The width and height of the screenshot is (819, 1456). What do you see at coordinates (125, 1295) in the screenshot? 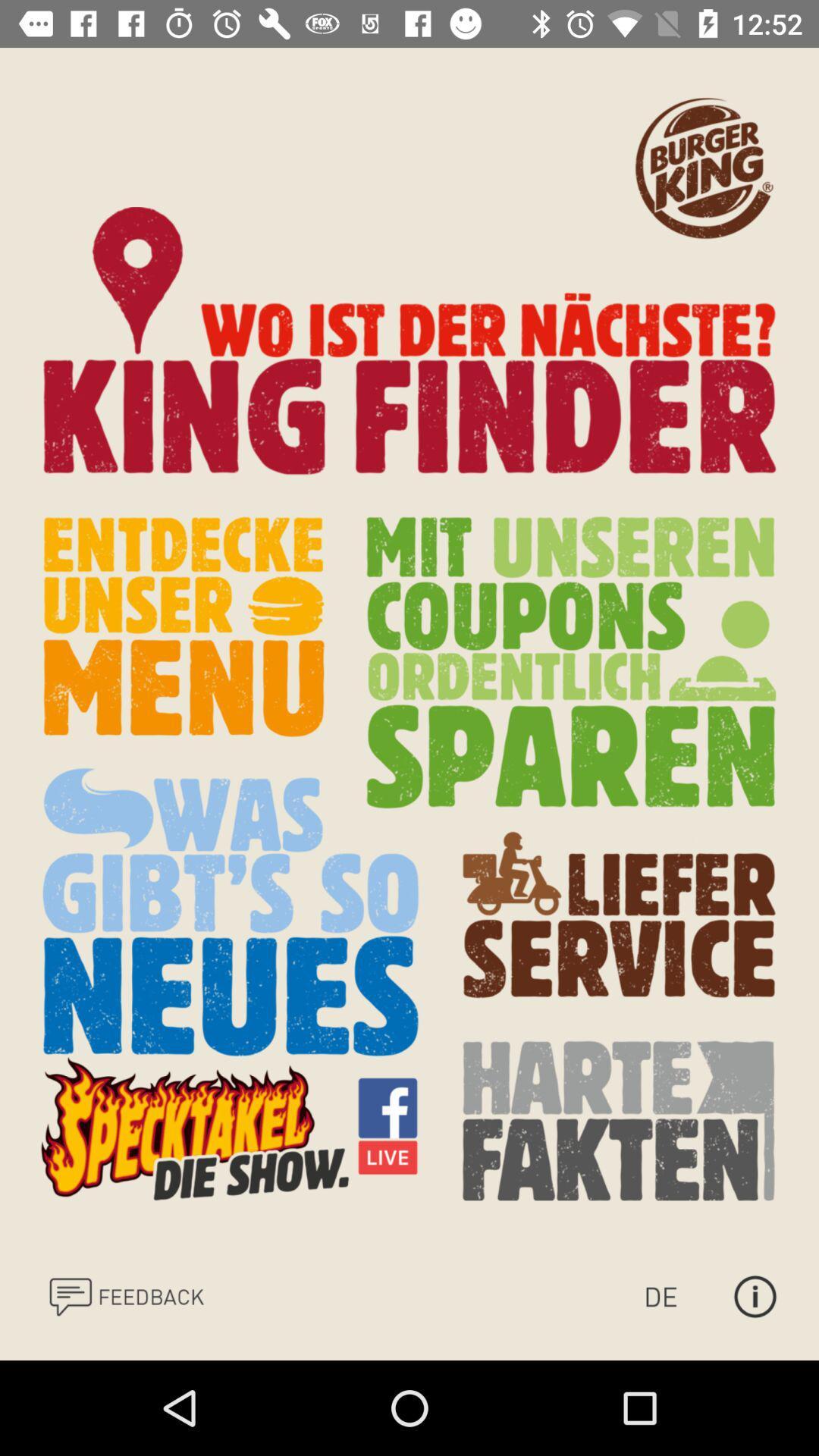
I see `send your feedback` at bounding box center [125, 1295].